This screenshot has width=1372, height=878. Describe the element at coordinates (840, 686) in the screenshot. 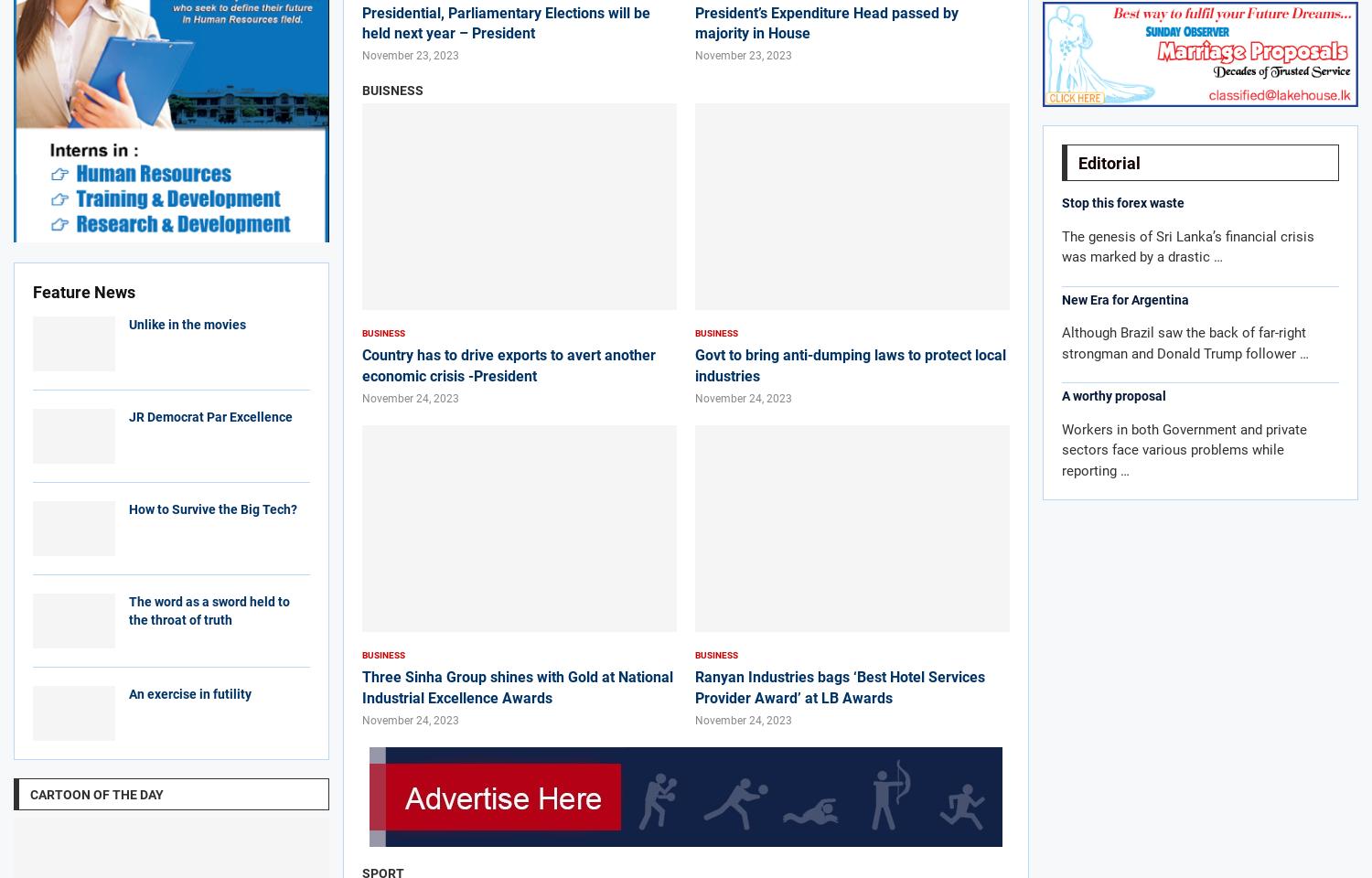

I see `'Ranyan Industries bags ‘Best Hotel Services Provider Award’ at LB Awards'` at that location.